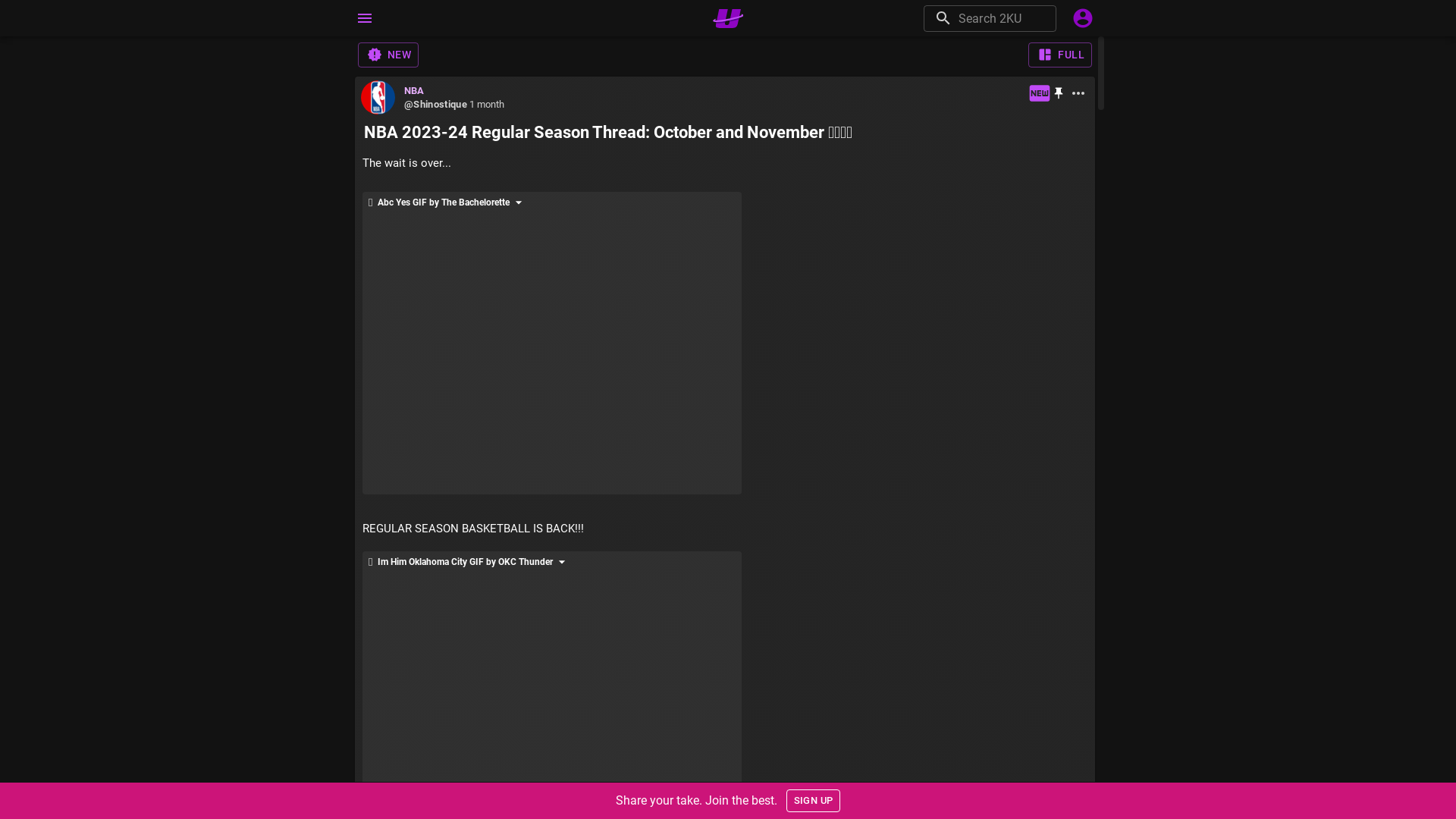  I want to click on 'SIGN UP', so click(786, 800).